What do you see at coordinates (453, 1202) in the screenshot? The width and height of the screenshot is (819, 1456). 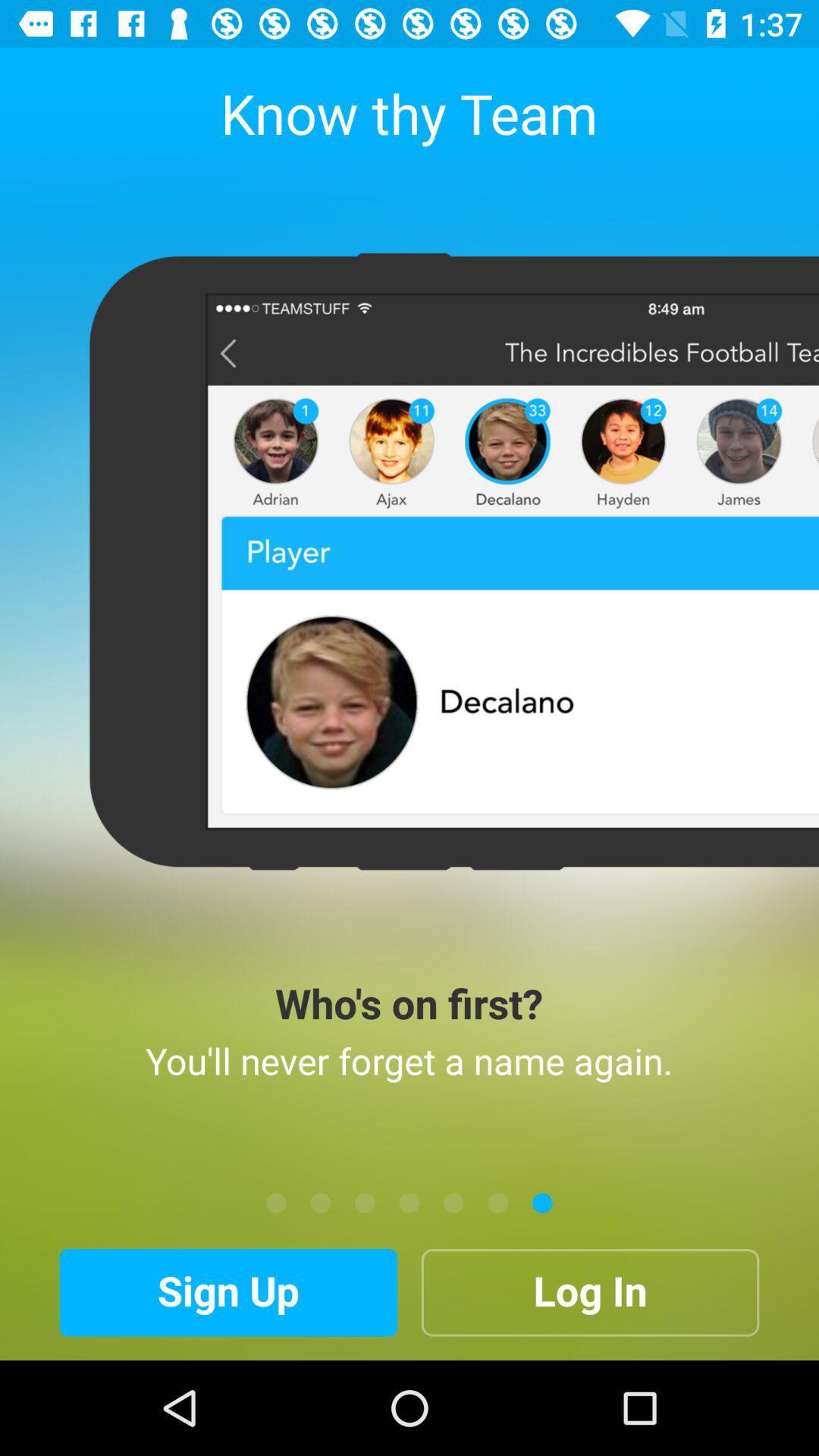 I see `how many taks have been completed` at bounding box center [453, 1202].